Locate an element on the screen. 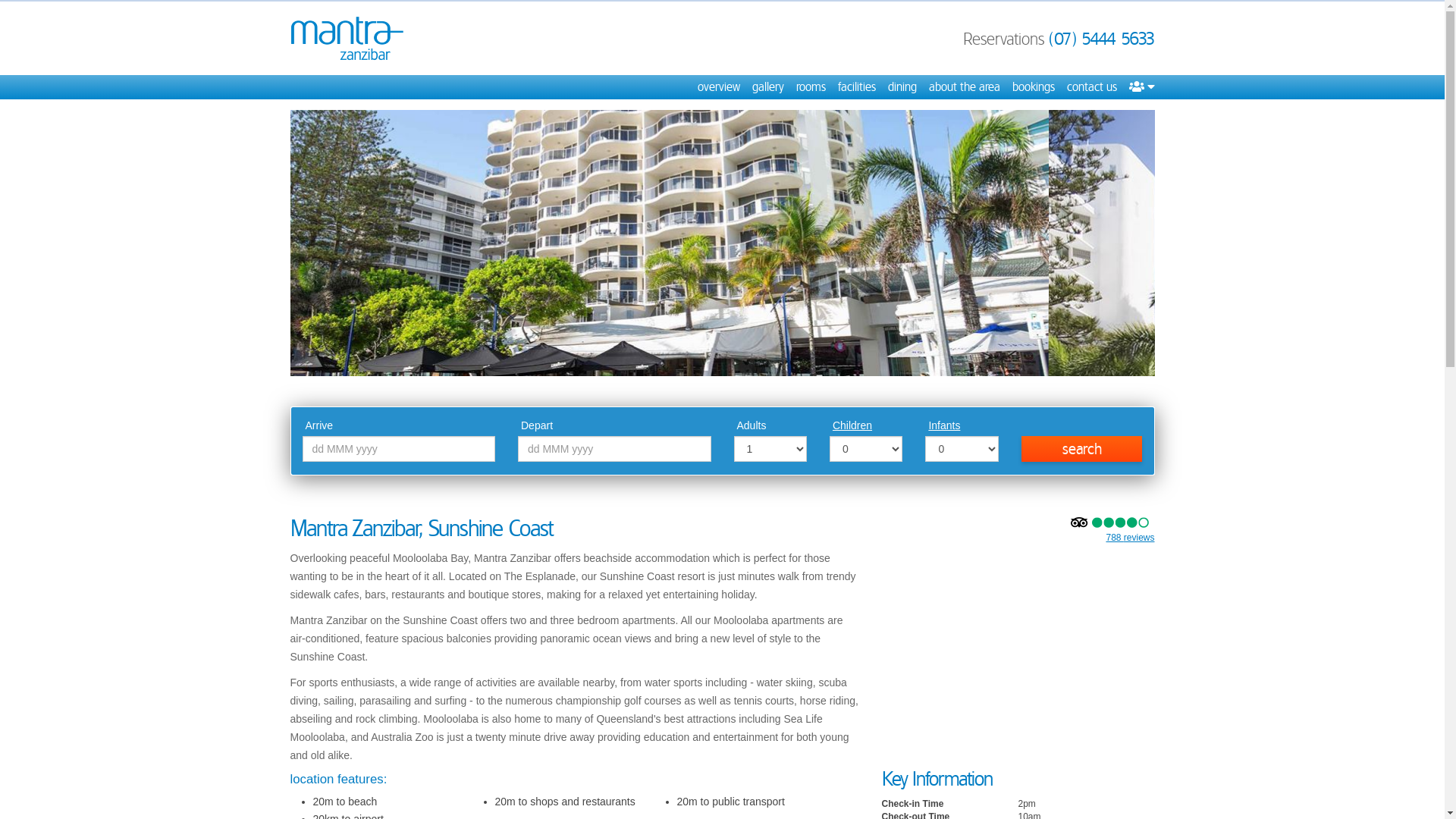 The width and height of the screenshot is (1456, 819). 'search' is located at coordinates (1021, 447).